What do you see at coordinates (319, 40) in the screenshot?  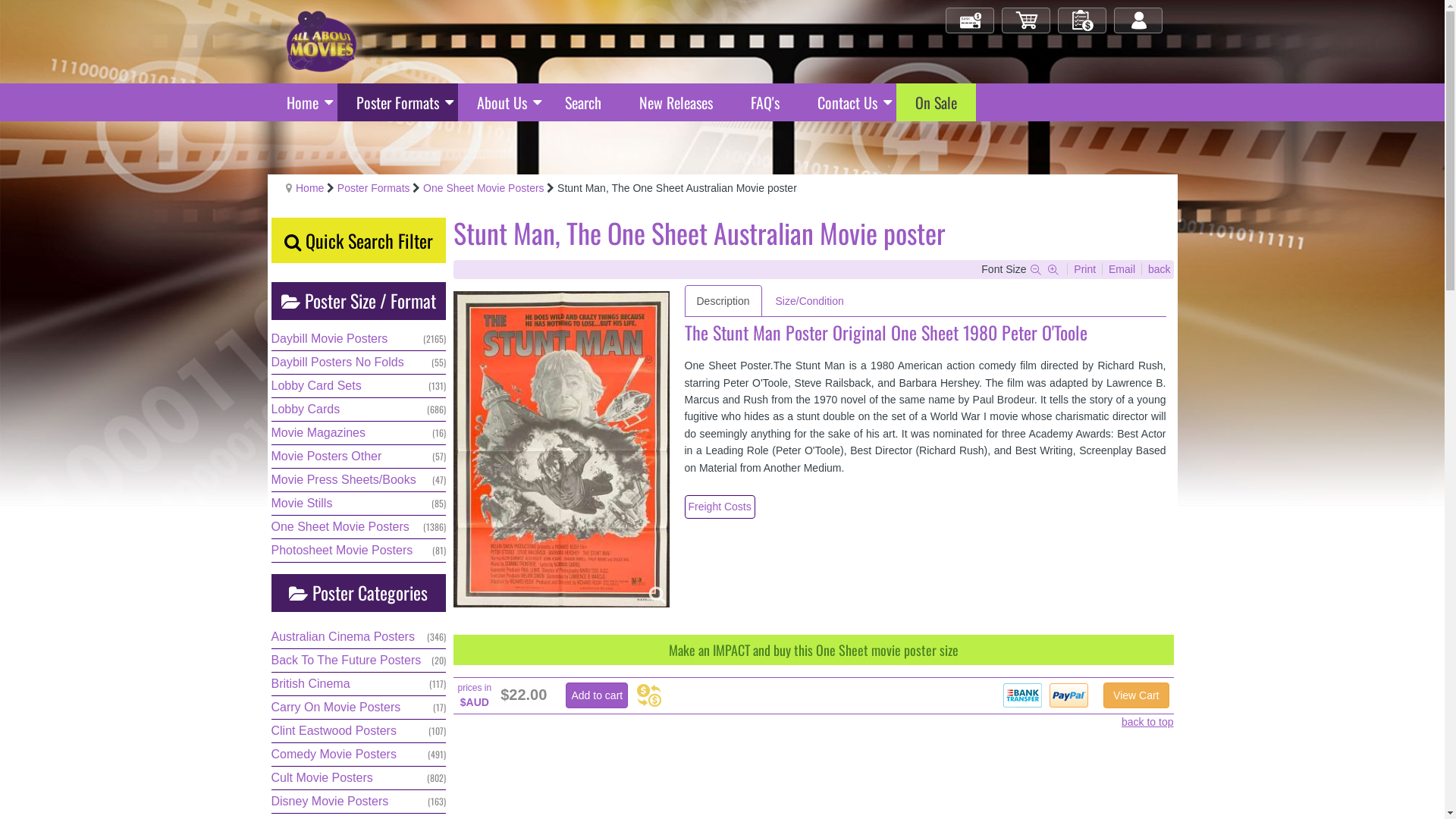 I see `'All About Movies - Original Movie Posters'` at bounding box center [319, 40].